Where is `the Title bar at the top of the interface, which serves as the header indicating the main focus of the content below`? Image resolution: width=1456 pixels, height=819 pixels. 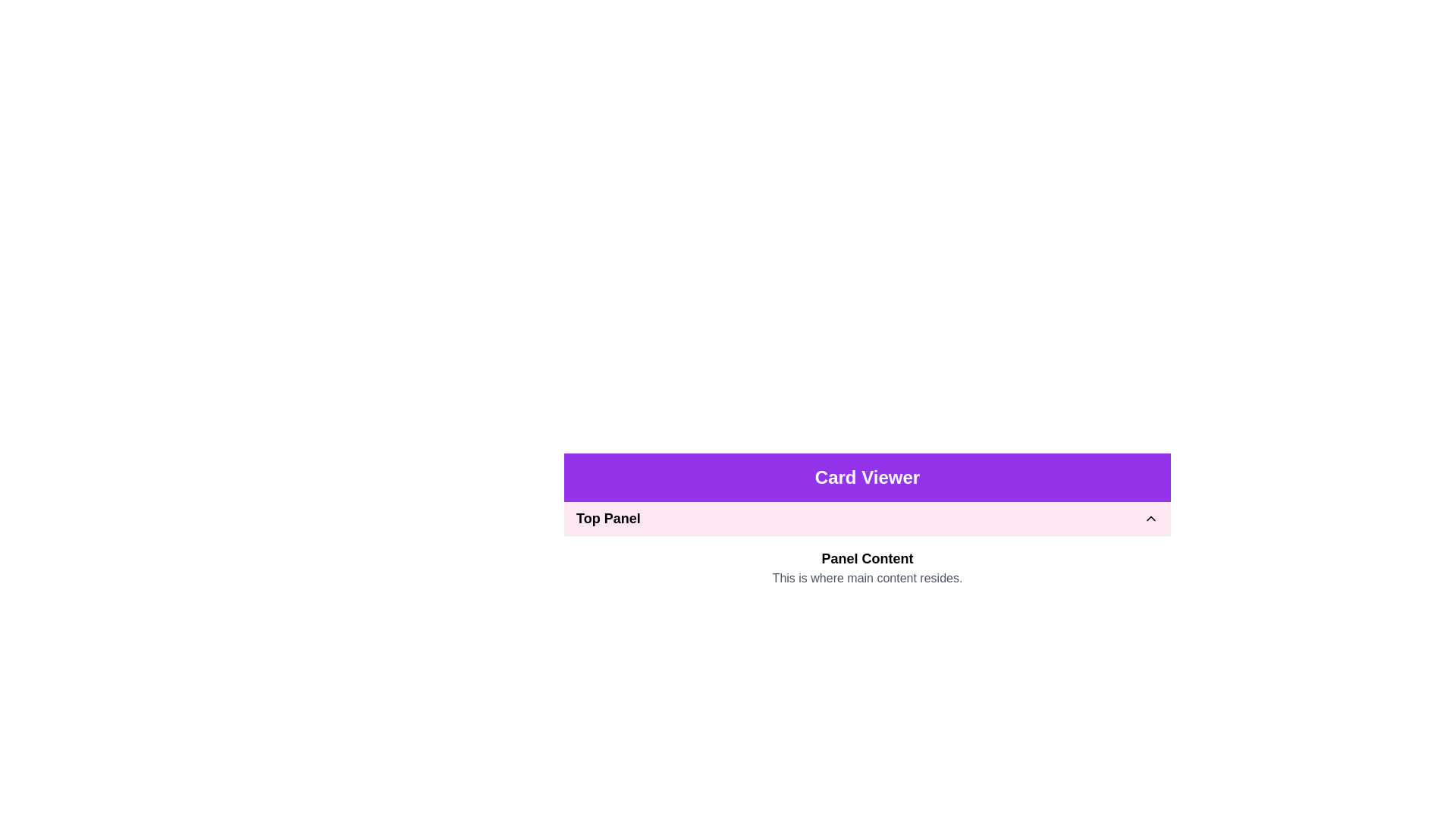
the Title bar at the top of the interface, which serves as the header indicating the main focus of the content below is located at coordinates (867, 476).